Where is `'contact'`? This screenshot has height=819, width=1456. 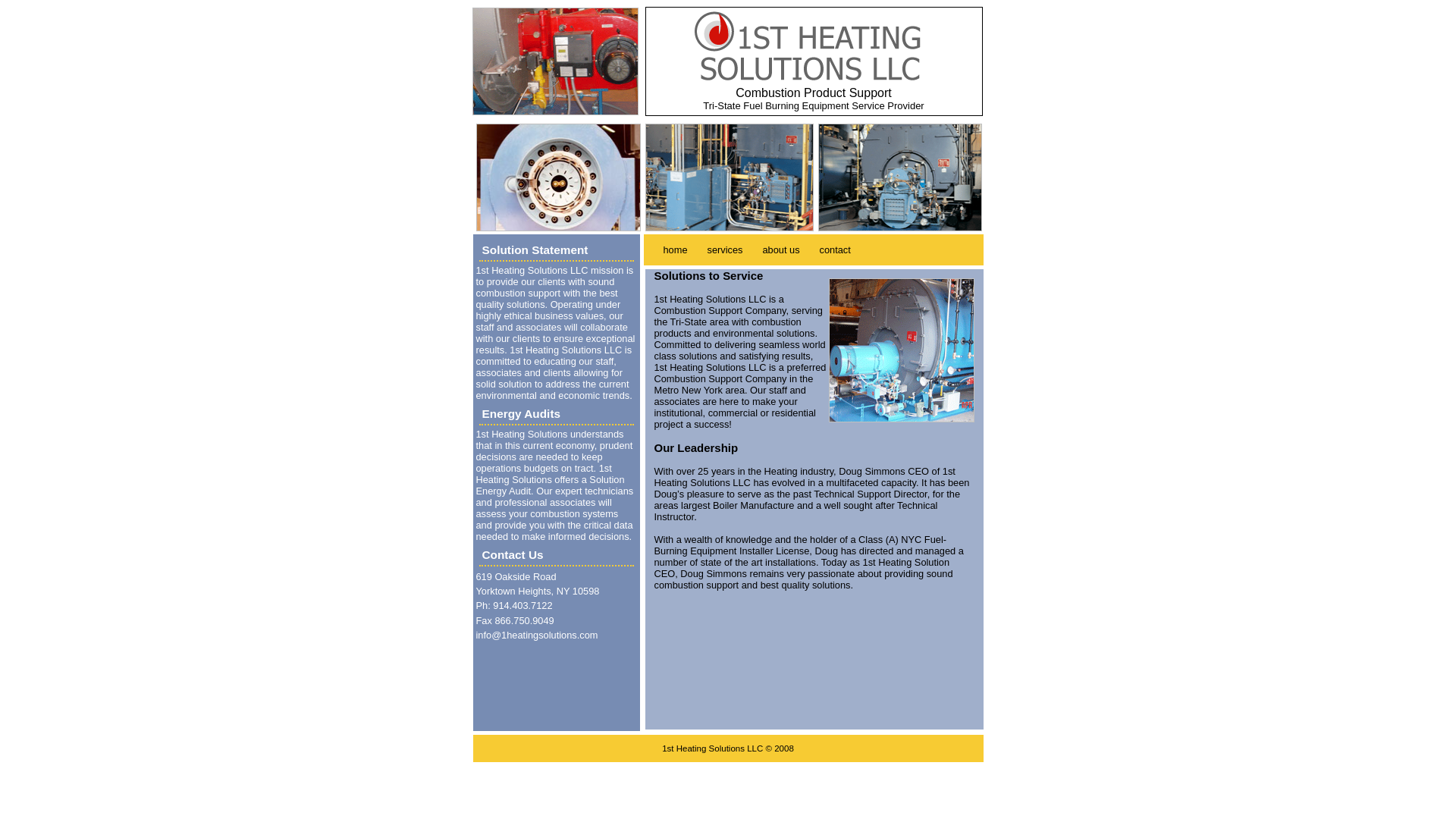
'contact' is located at coordinates (834, 249).